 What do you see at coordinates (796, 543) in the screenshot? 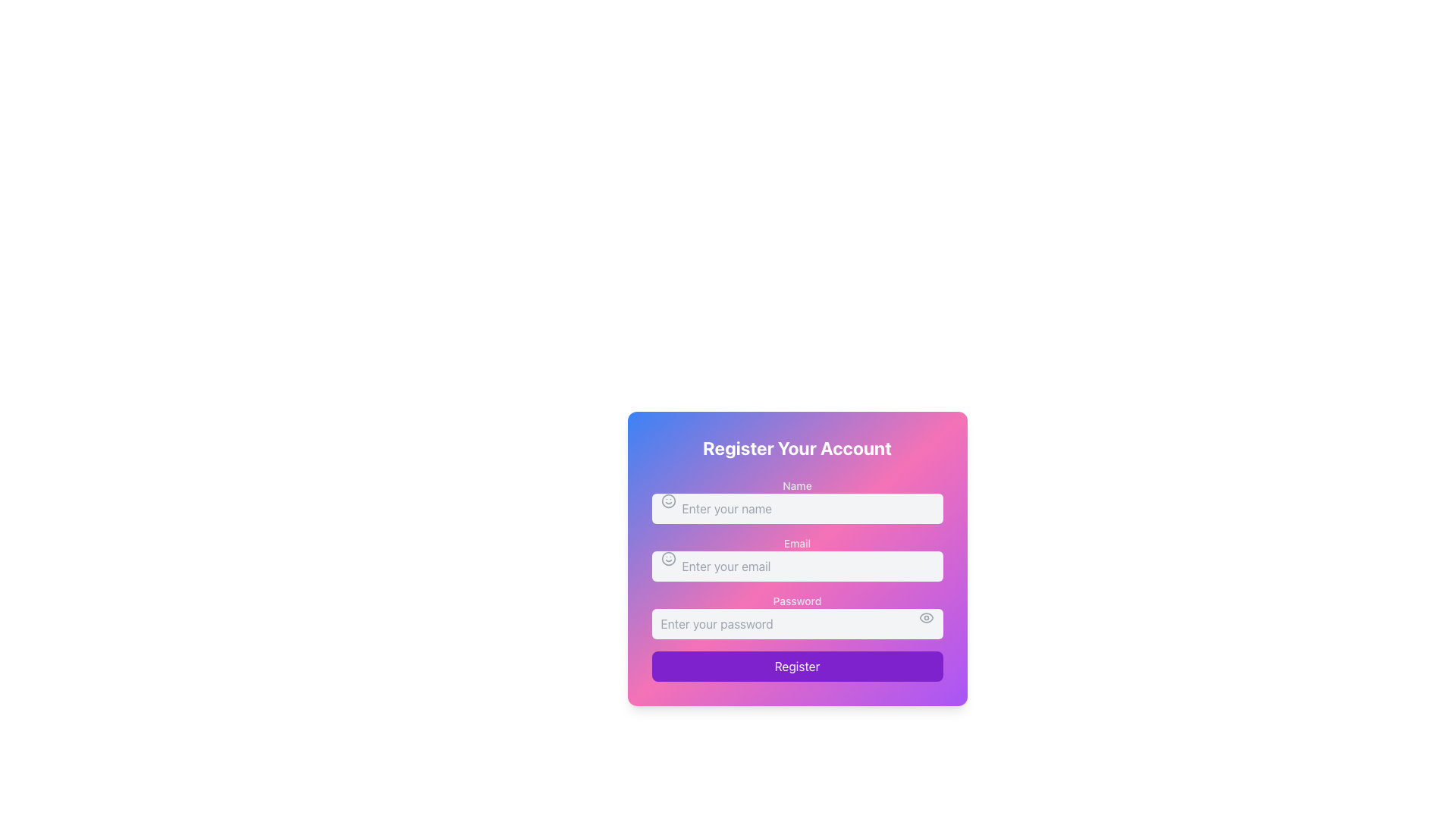
I see `the text label 'Email' which is displayed in light gray color and bold, sans-serif font, located in the registration form above the email input field` at bounding box center [796, 543].